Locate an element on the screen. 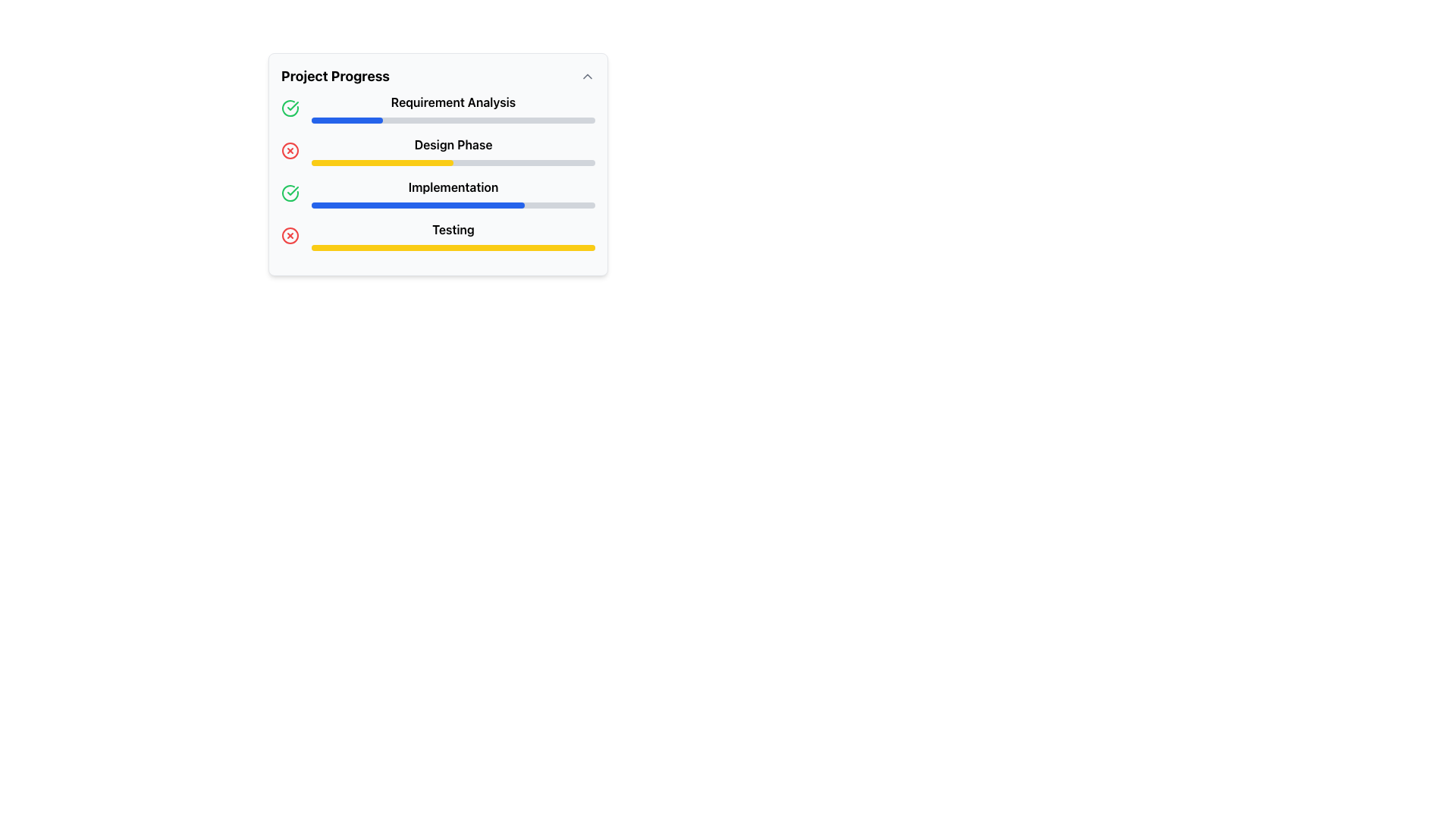 The height and width of the screenshot is (819, 1456). the completion status of the Progress Indicator in the Implementation section, which shows approximately 75% completion in blue is located at coordinates (418, 205).